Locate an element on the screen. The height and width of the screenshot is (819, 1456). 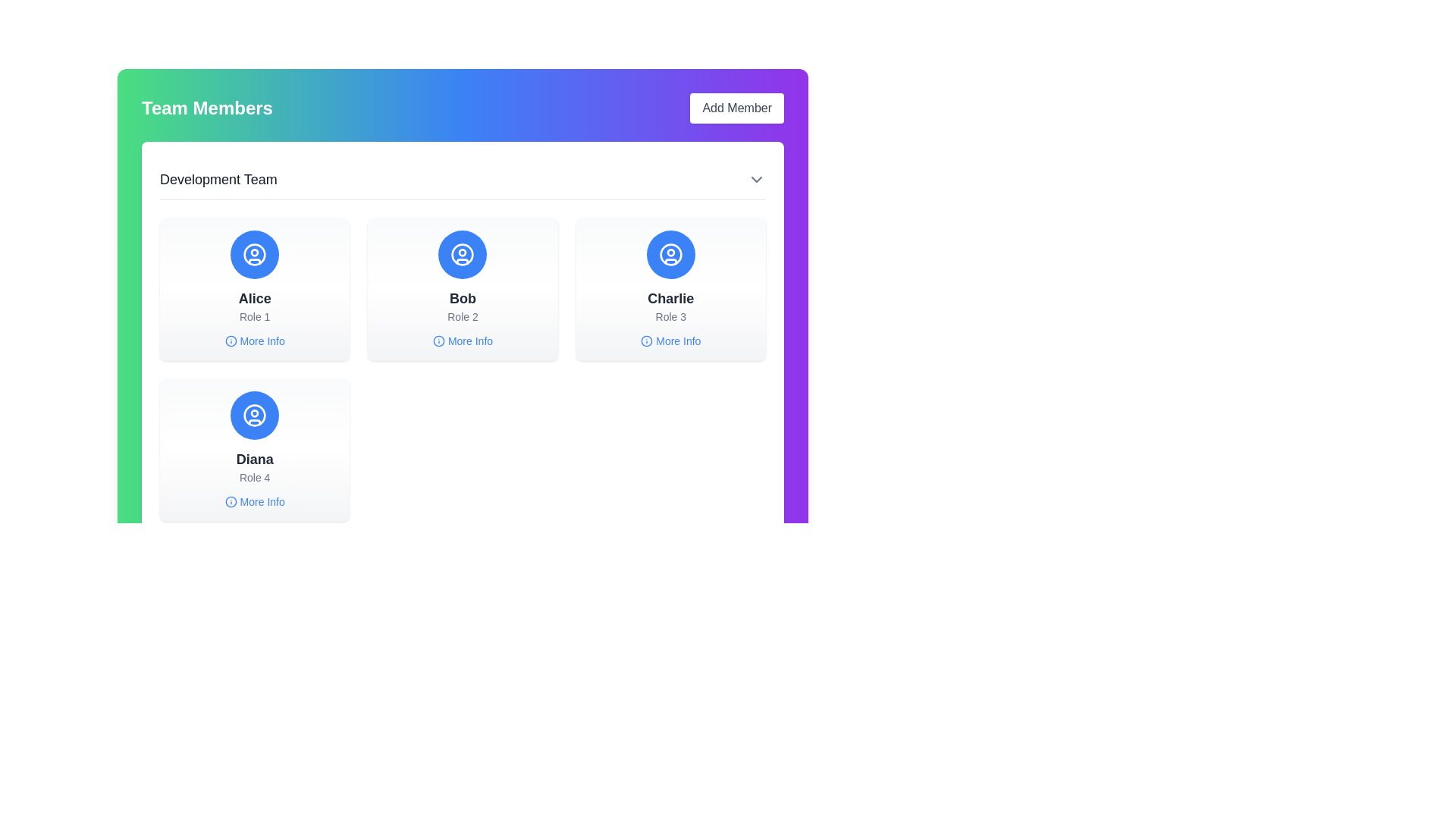
text label displaying 'Alice' in bold, dark gray font, located within the first card of the 'Development Team' section is located at coordinates (255, 298).